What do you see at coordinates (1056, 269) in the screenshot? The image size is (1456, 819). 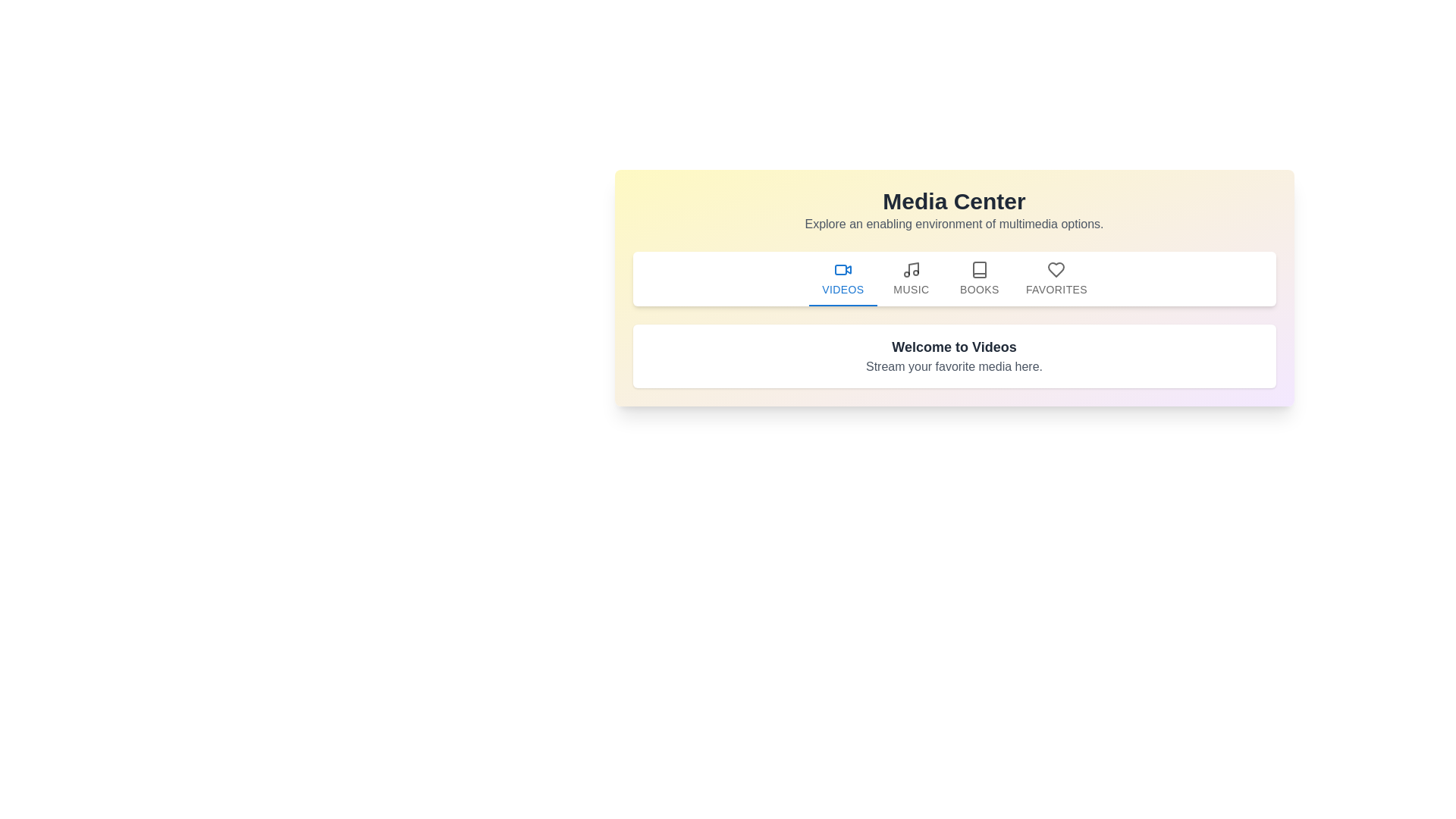 I see `the heart icon located above the 'FAVORITES' text, which is part of the tab interface in the upper section of the interface` at bounding box center [1056, 269].